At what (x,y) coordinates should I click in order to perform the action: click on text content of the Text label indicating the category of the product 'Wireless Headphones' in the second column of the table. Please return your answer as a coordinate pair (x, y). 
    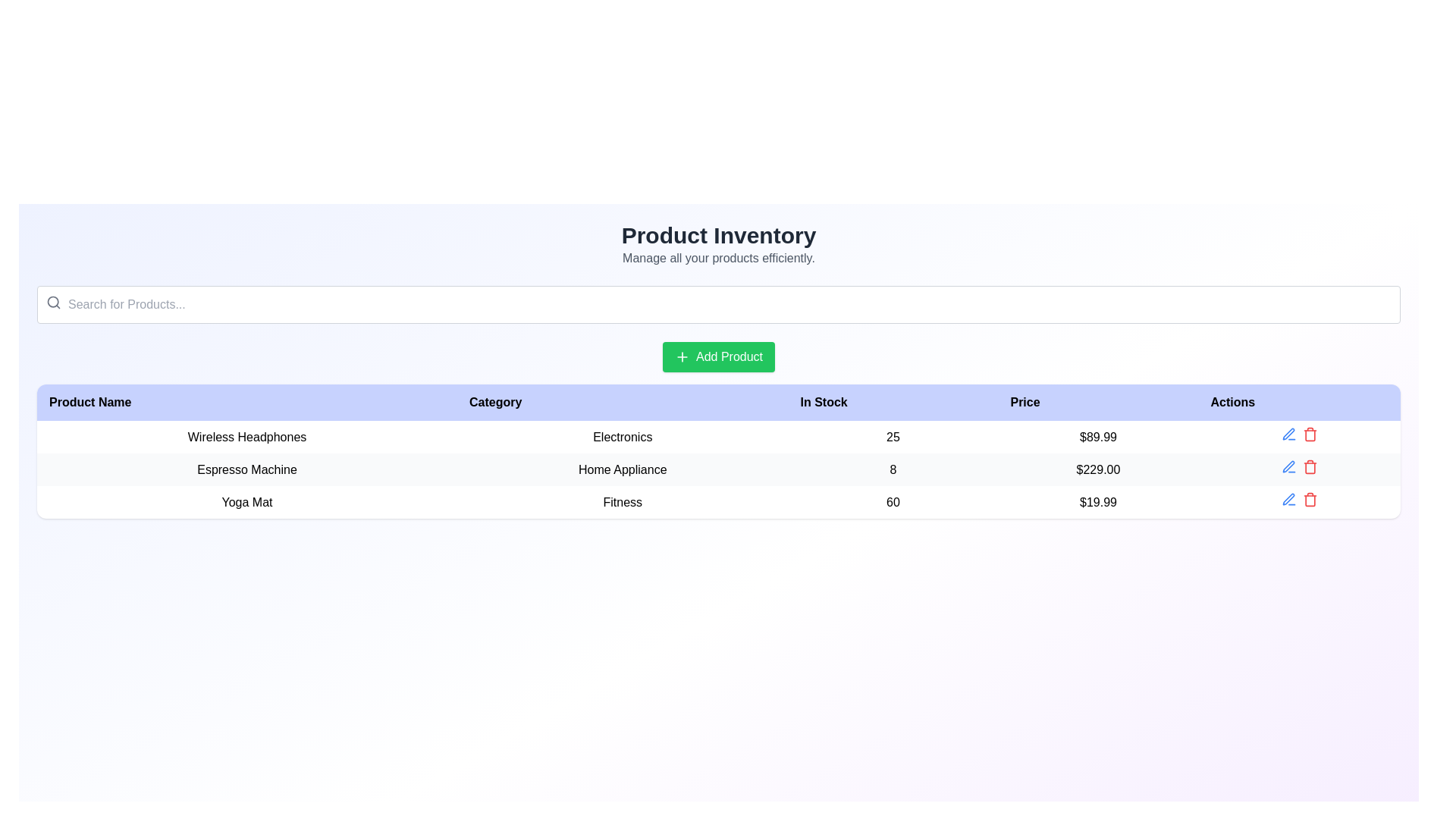
    Looking at the image, I should click on (623, 437).